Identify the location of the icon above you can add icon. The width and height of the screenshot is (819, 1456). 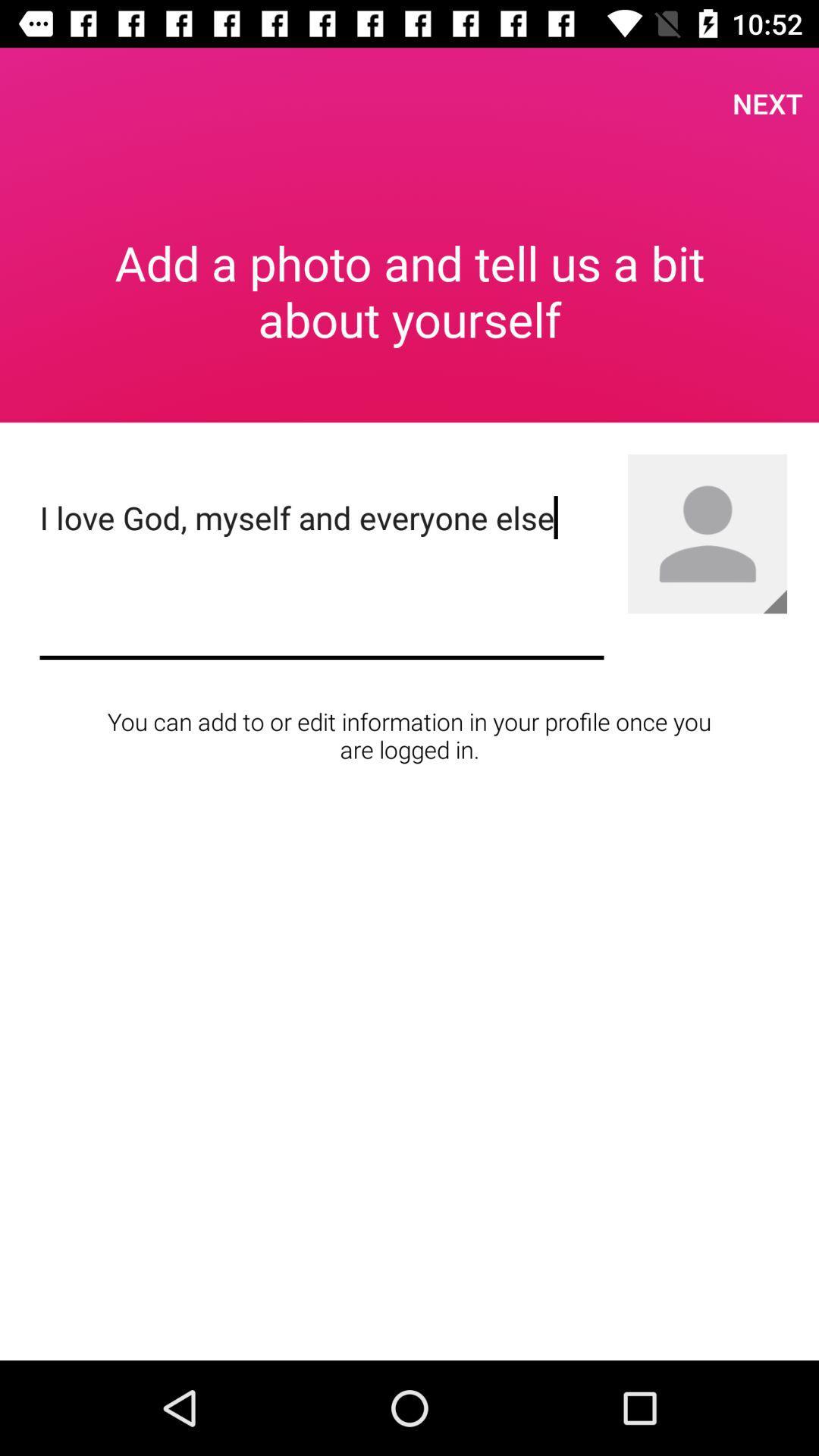
(321, 573).